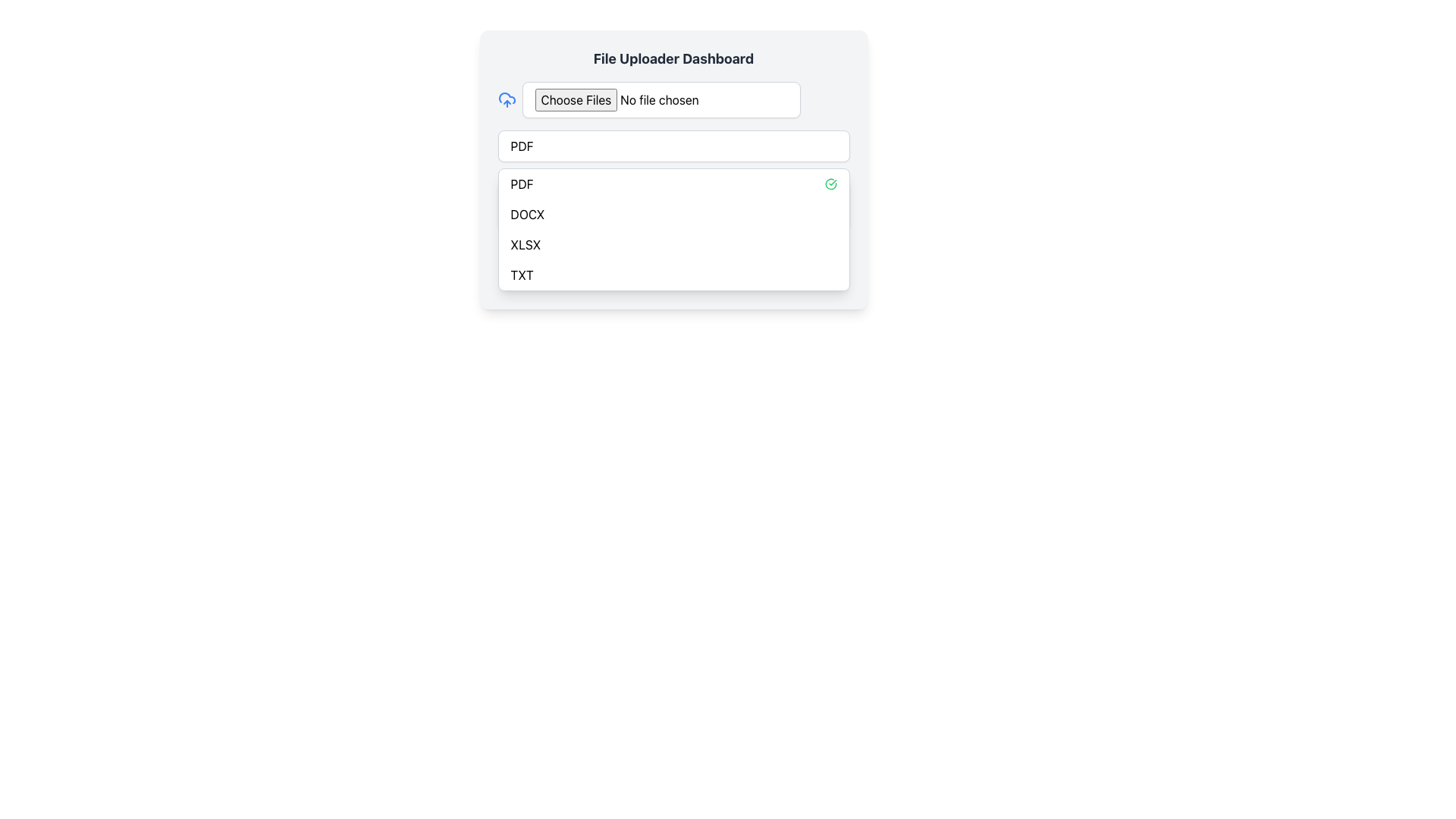 This screenshot has height=819, width=1456. I want to click on the 'DOCX' option in the file type dropdown menu, so click(527, 214).